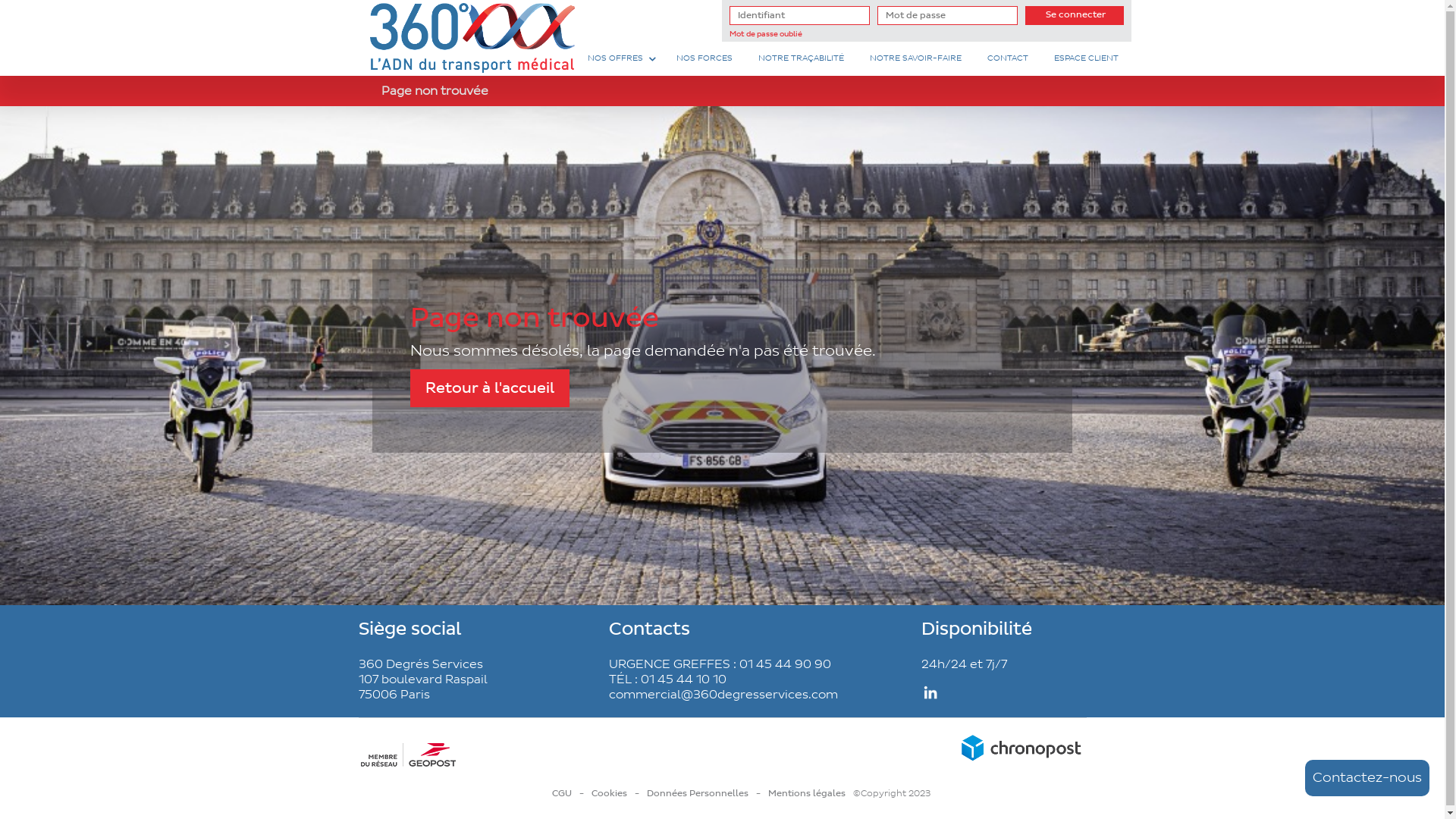 This screenshot has width=1456, height=819. I want to click on 'Se connecter', so click(1025, 15).